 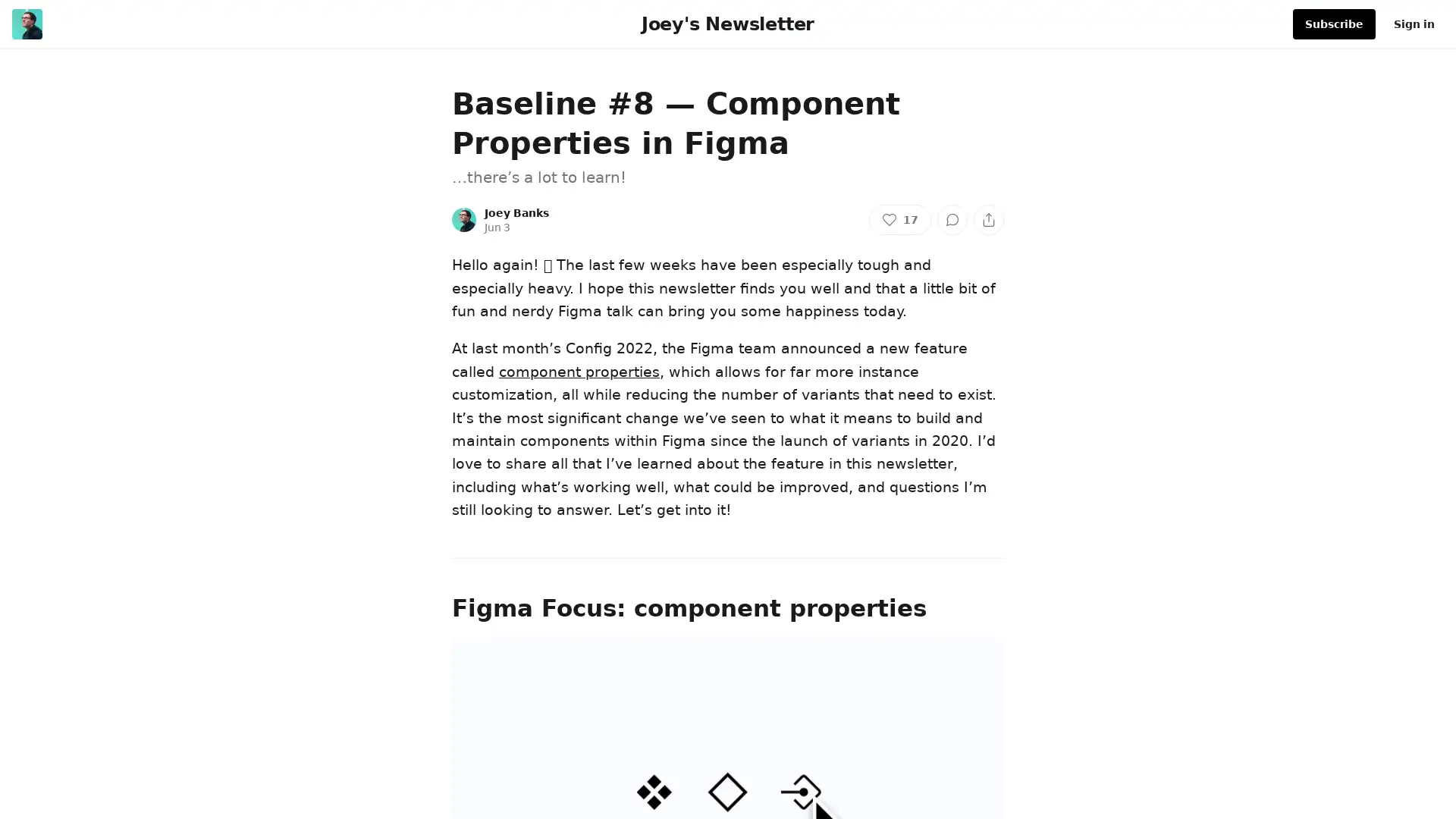 What do you see at coordinates (899, 219) in the screenshot?
I see `17` at bounding box center [899, 219].